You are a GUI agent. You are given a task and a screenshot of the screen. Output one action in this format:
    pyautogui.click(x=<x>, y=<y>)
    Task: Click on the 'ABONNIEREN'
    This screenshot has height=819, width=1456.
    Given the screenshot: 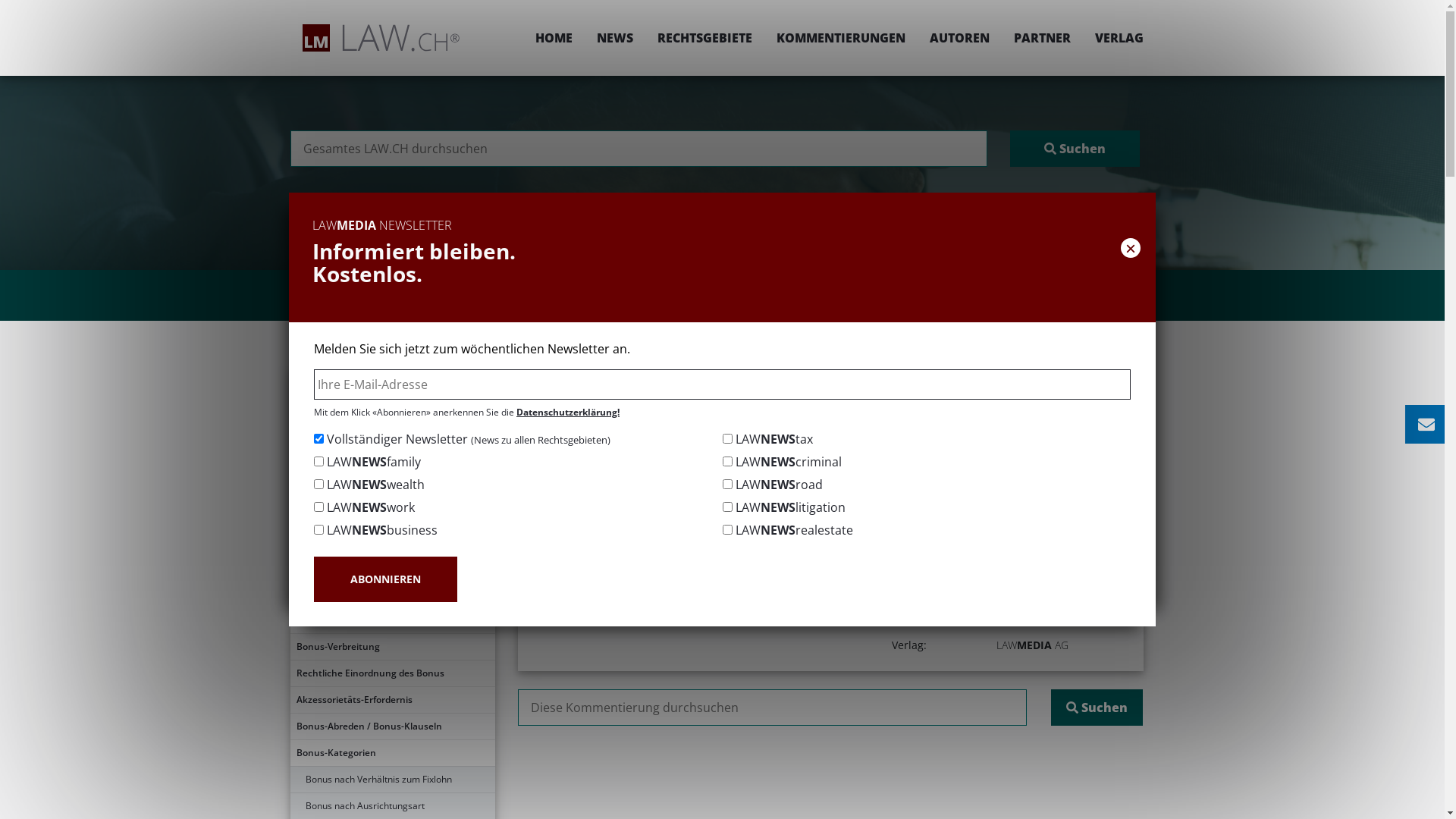 What is the action you would take?
    pyautogui.click(x=385, y=579)
    